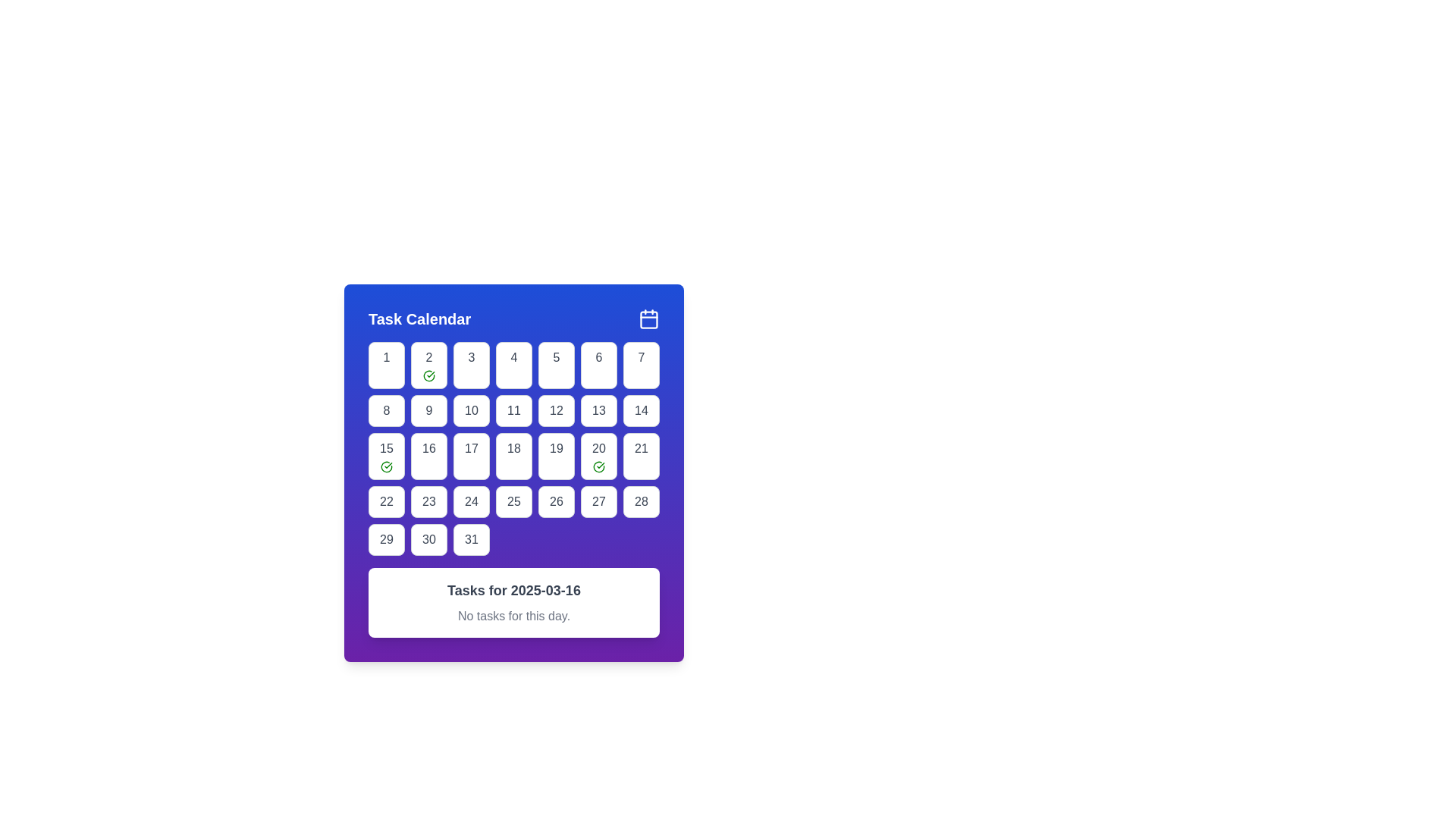  What do you see at coordinates (386, 539) in the screenshot?
I see `the button-like calendar day item representing the date '29'` at bounding box center [386, 539].